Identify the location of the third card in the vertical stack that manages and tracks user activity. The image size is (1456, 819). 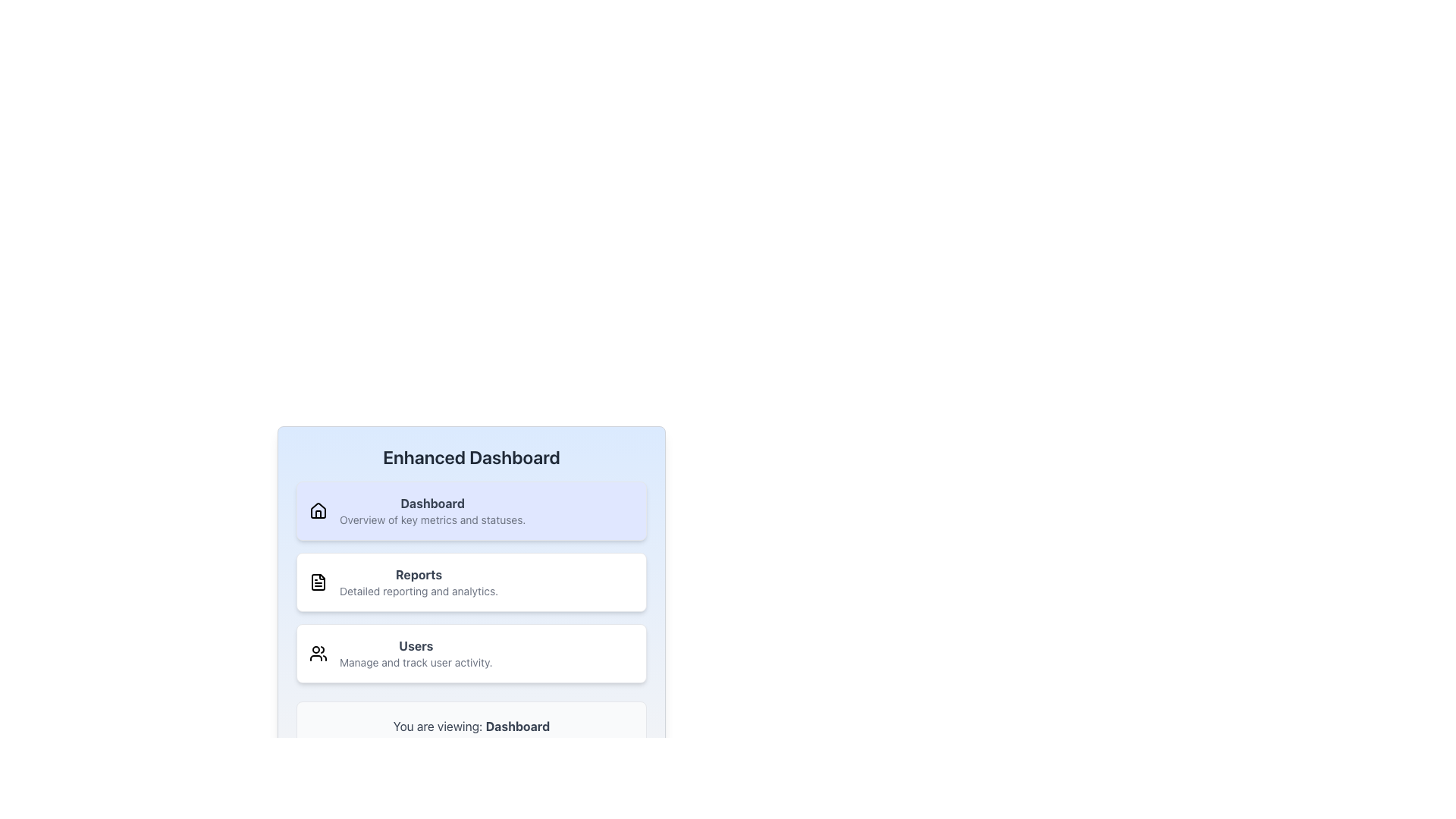
(471, 652).